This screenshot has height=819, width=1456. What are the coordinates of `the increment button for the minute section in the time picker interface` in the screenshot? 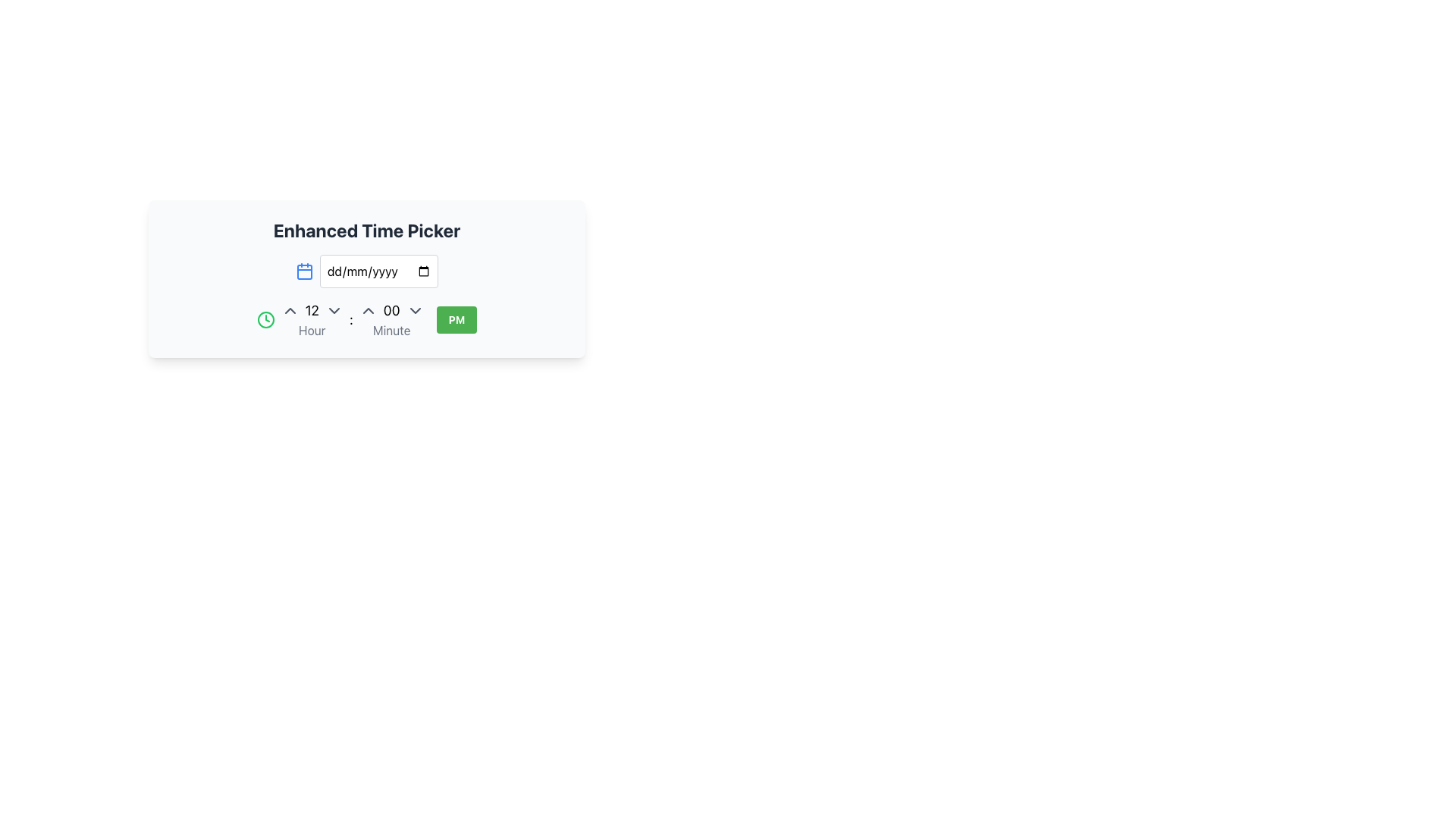 It's located at (368, 309).